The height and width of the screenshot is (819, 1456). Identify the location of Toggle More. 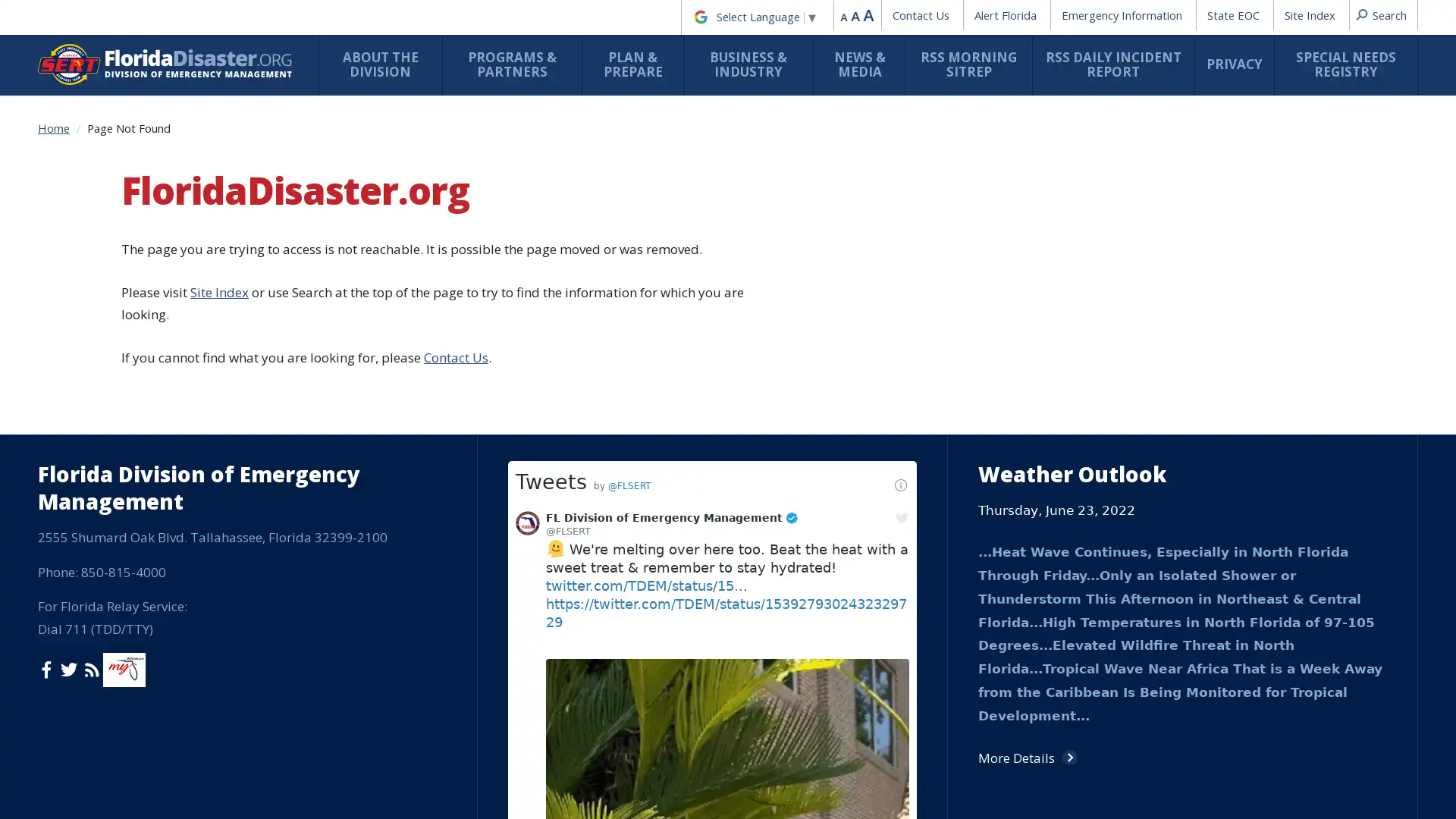
(455, 175).